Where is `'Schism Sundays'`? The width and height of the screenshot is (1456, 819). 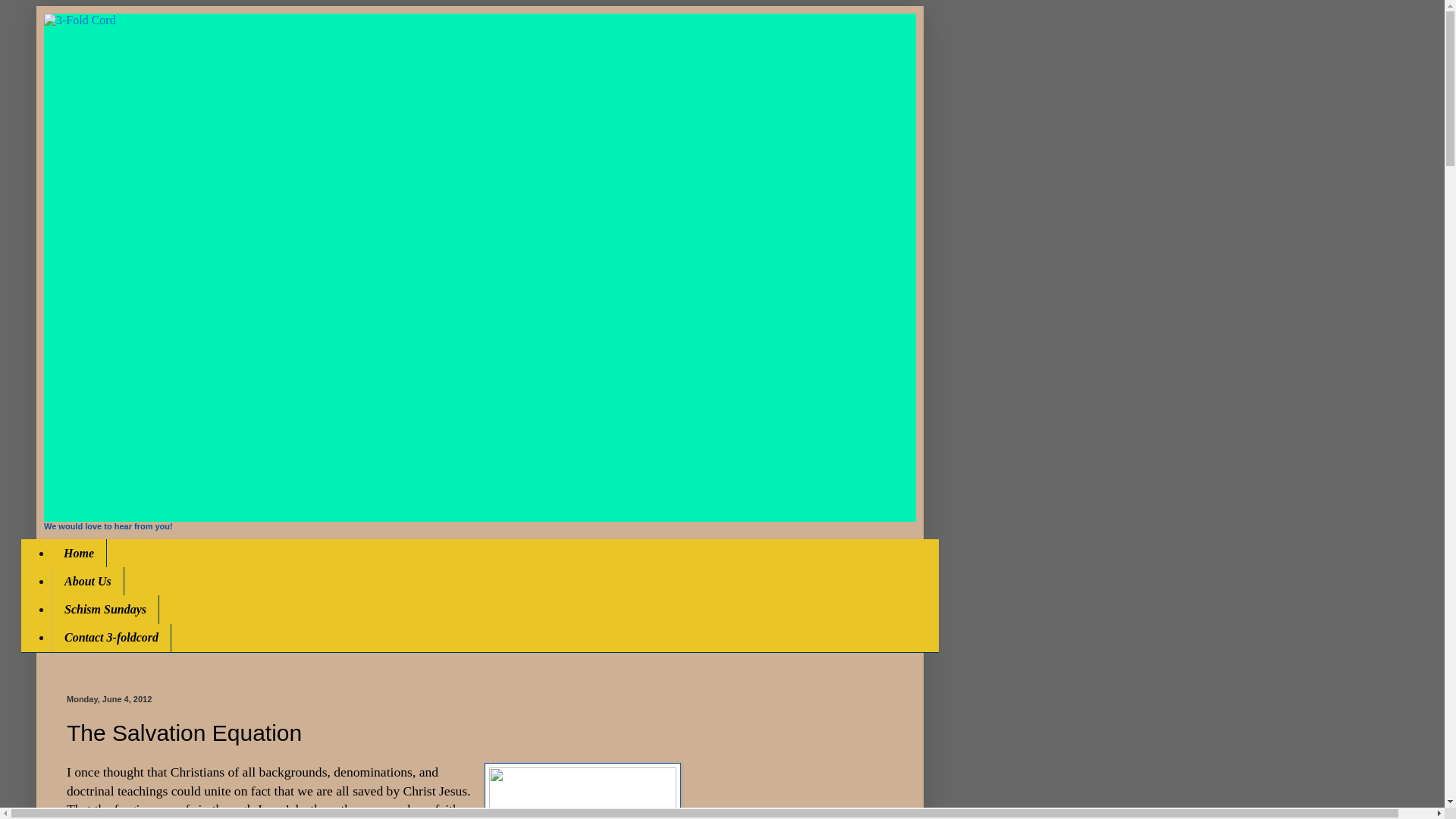
'Schism Sundays' is located at coordinates (105, 608).